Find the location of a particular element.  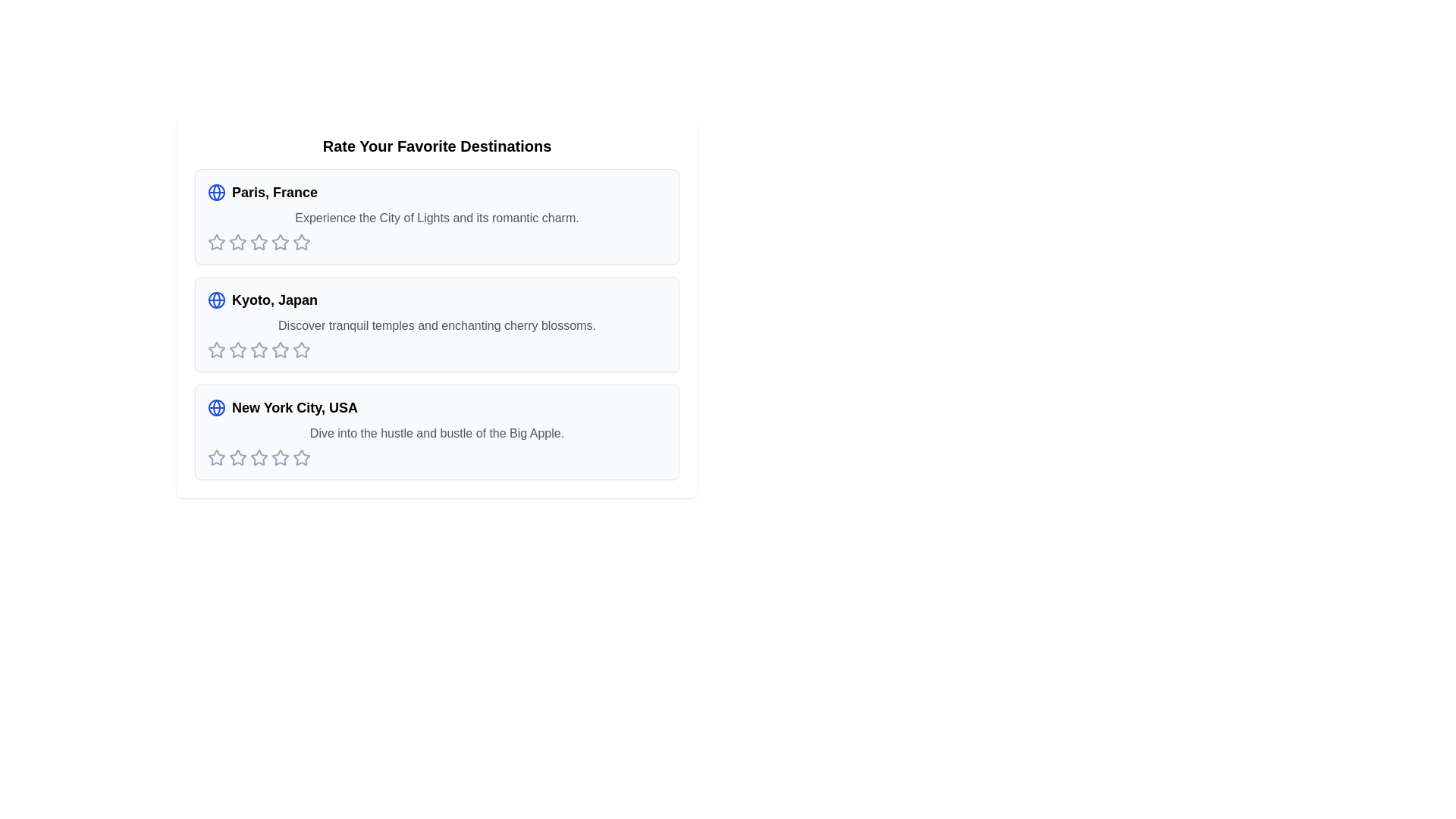

the leftmost star icon in the star rating component to provide a rating for 'Paris, France' is located at coordinates (237, 241).